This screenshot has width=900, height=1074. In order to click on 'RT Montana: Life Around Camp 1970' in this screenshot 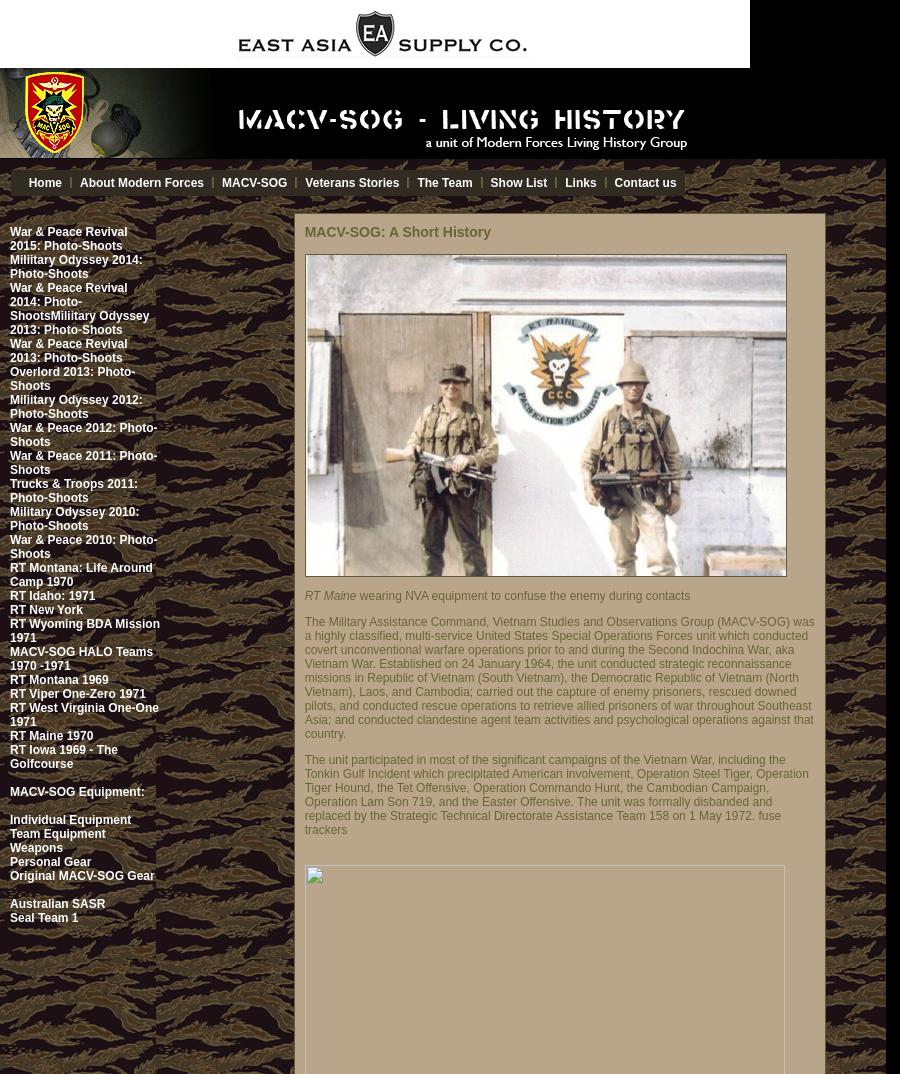, I will do `click(80, 574)`.